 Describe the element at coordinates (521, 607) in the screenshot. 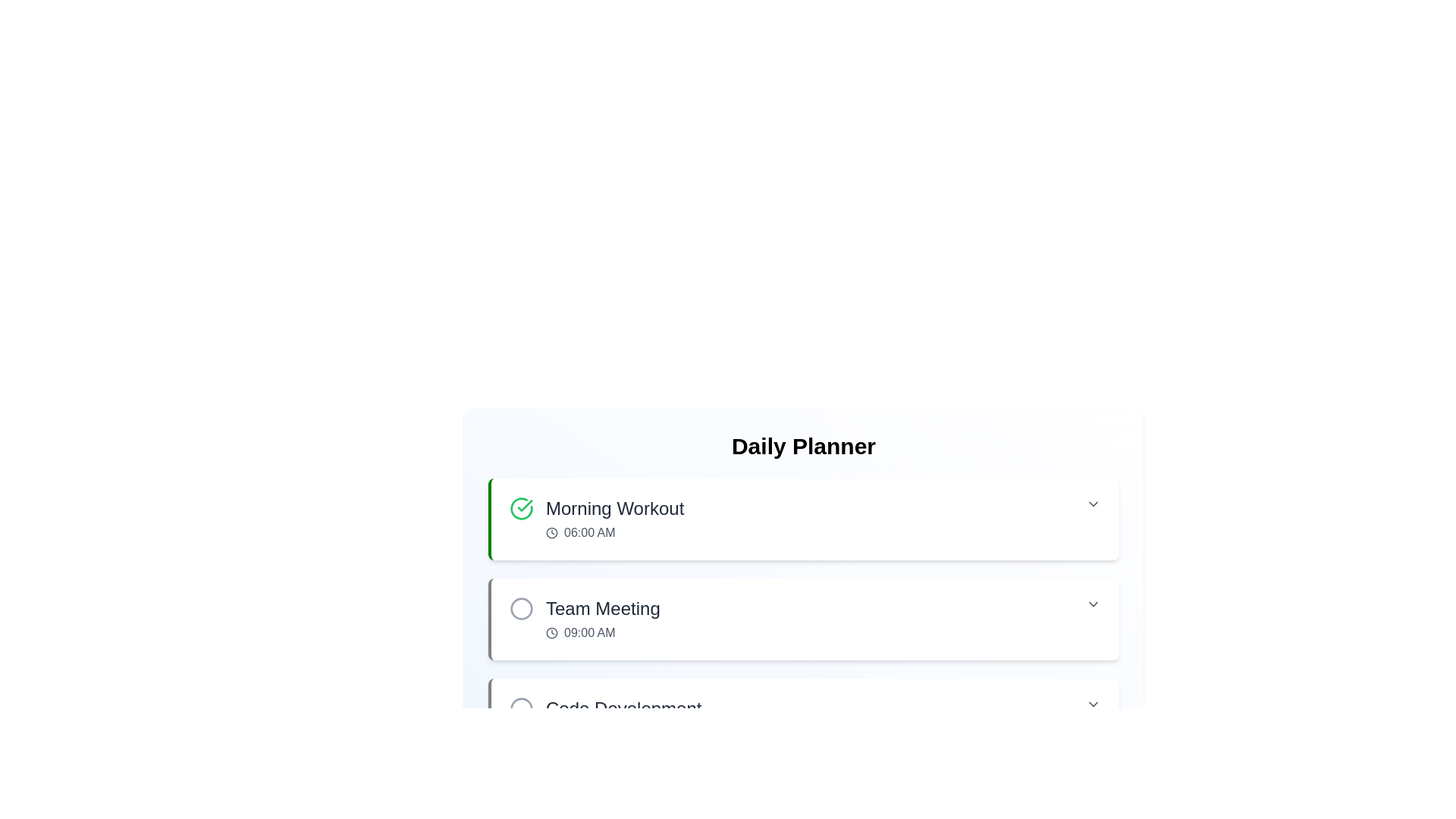

I see `the circular status icon with a hollow center, gray outline, located to the left of the text 'Team Meeting' in the second entry of the task list` at that location.